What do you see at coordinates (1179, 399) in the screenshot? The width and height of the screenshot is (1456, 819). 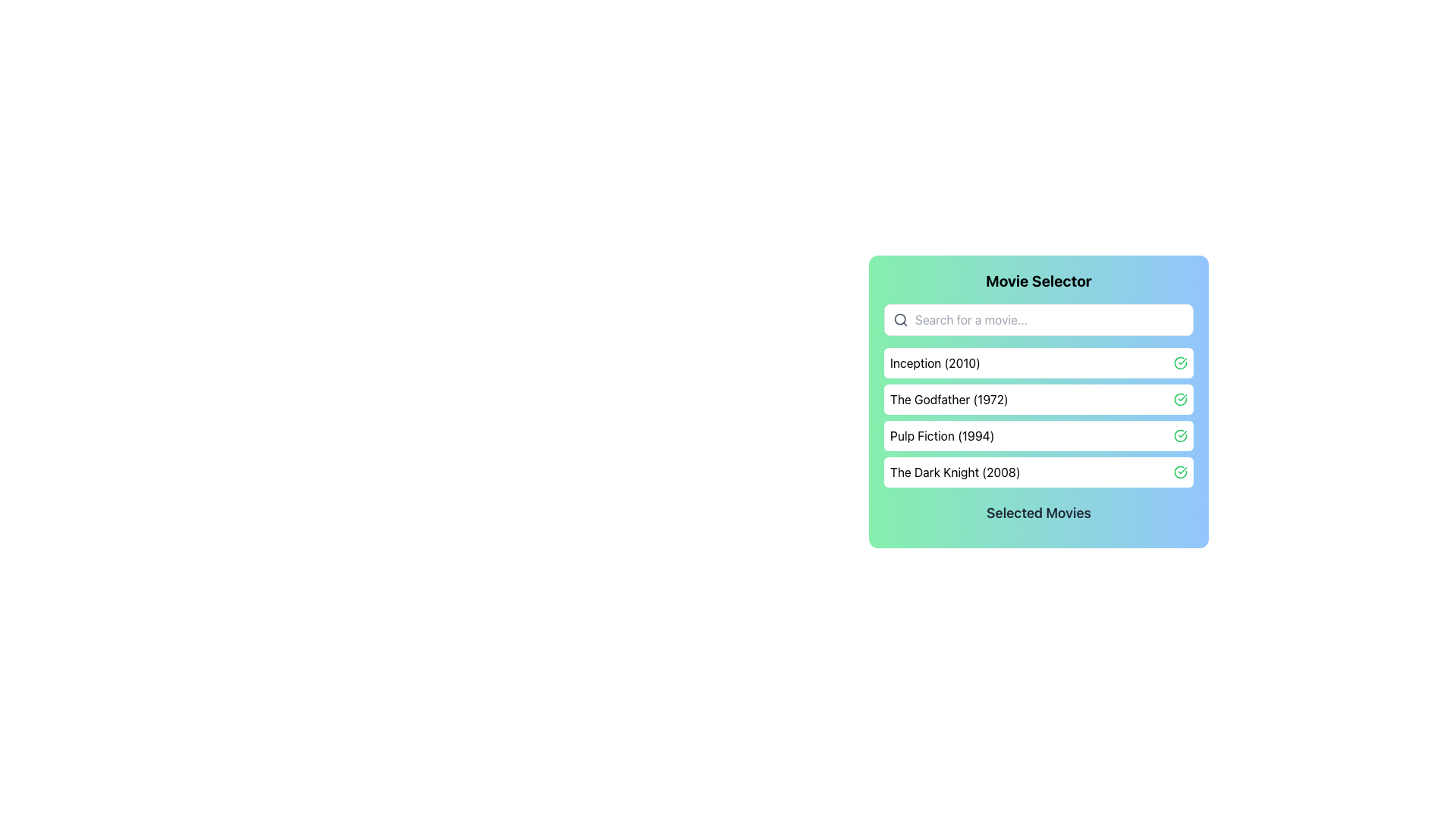 I see `the confirmation icon for the movie 'The Godfather (1972)'` at bounding box center [1179, 399].